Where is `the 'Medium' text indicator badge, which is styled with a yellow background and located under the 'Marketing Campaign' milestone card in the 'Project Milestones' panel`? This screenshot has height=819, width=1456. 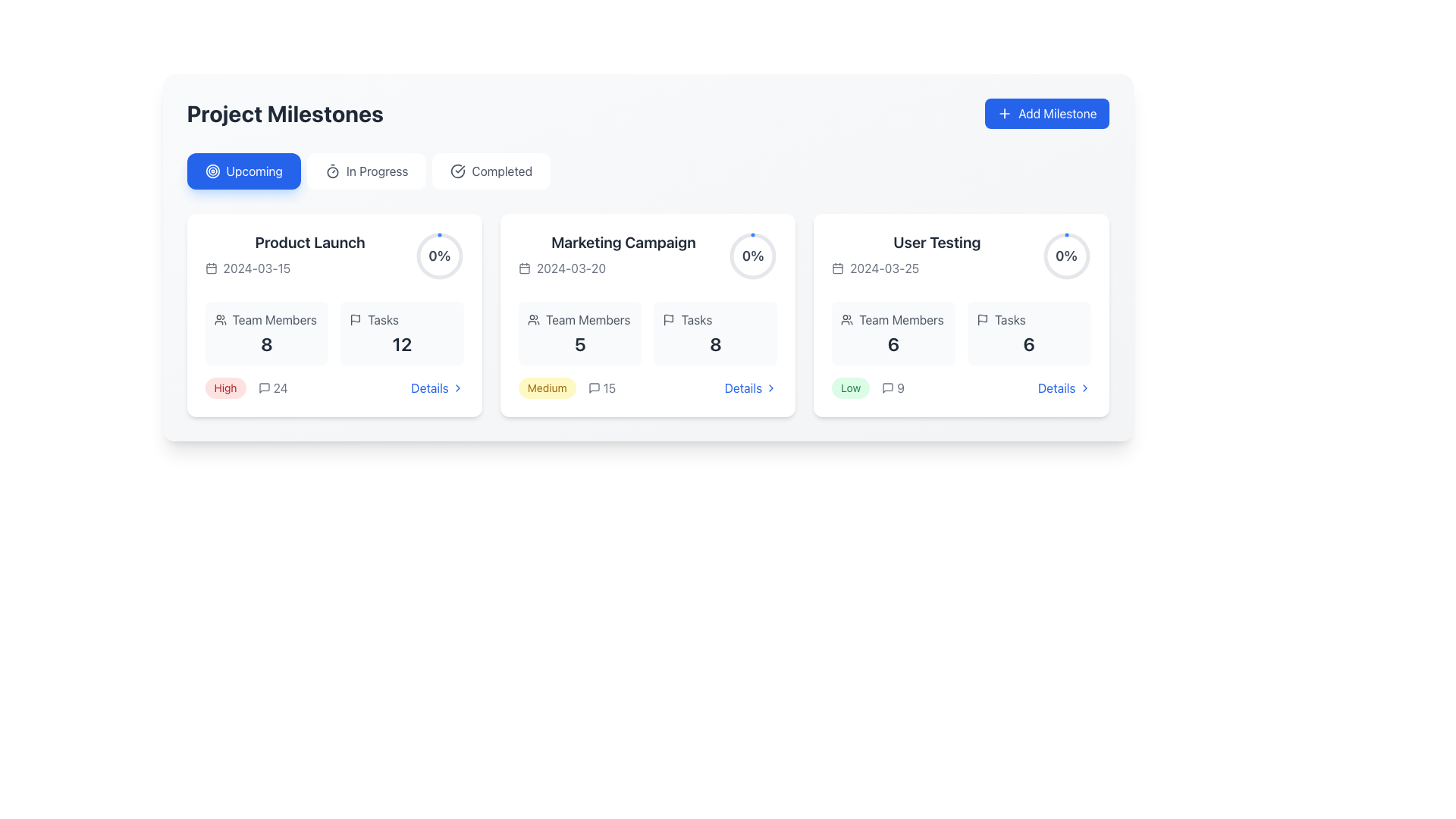
the 'Medium' text indicator badge, which is styled with a yellow background and located under the 'Marketing Campaign' milestone card in the 'Project Milestones' panel is located at coordinates (546, 388).